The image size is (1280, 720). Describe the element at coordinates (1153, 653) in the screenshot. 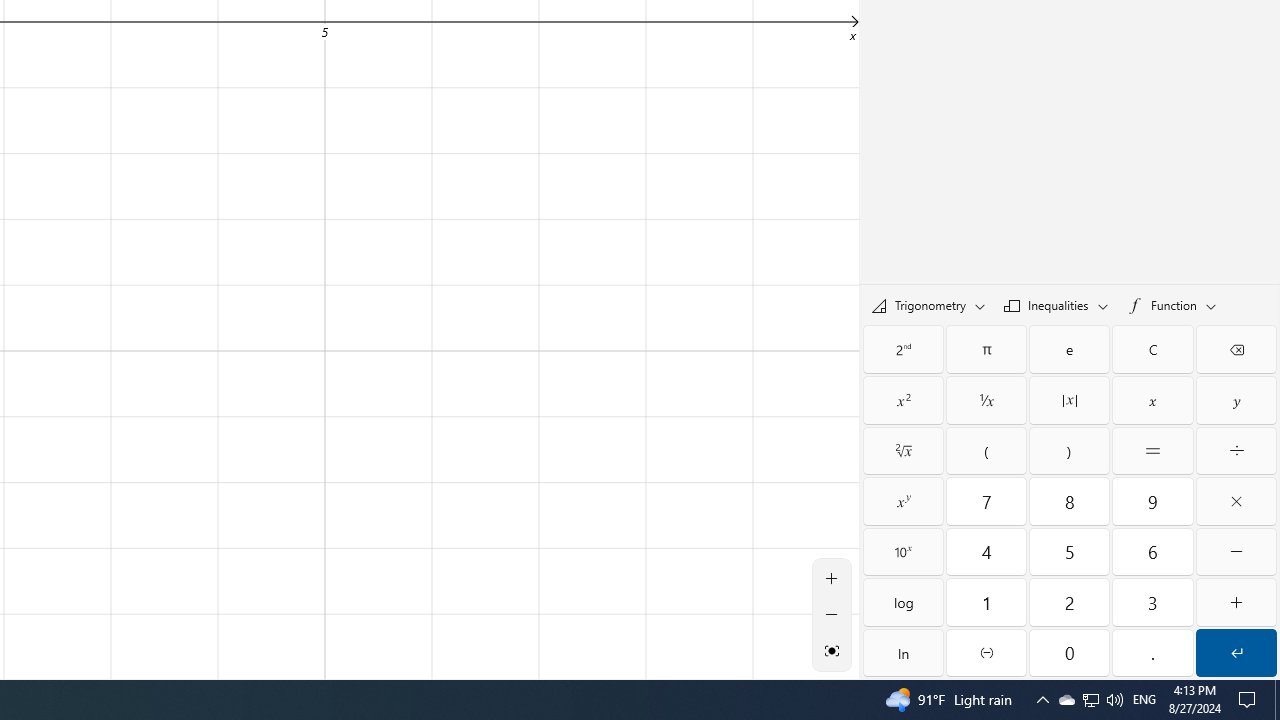

I see `'Decimal separator'` at that location.